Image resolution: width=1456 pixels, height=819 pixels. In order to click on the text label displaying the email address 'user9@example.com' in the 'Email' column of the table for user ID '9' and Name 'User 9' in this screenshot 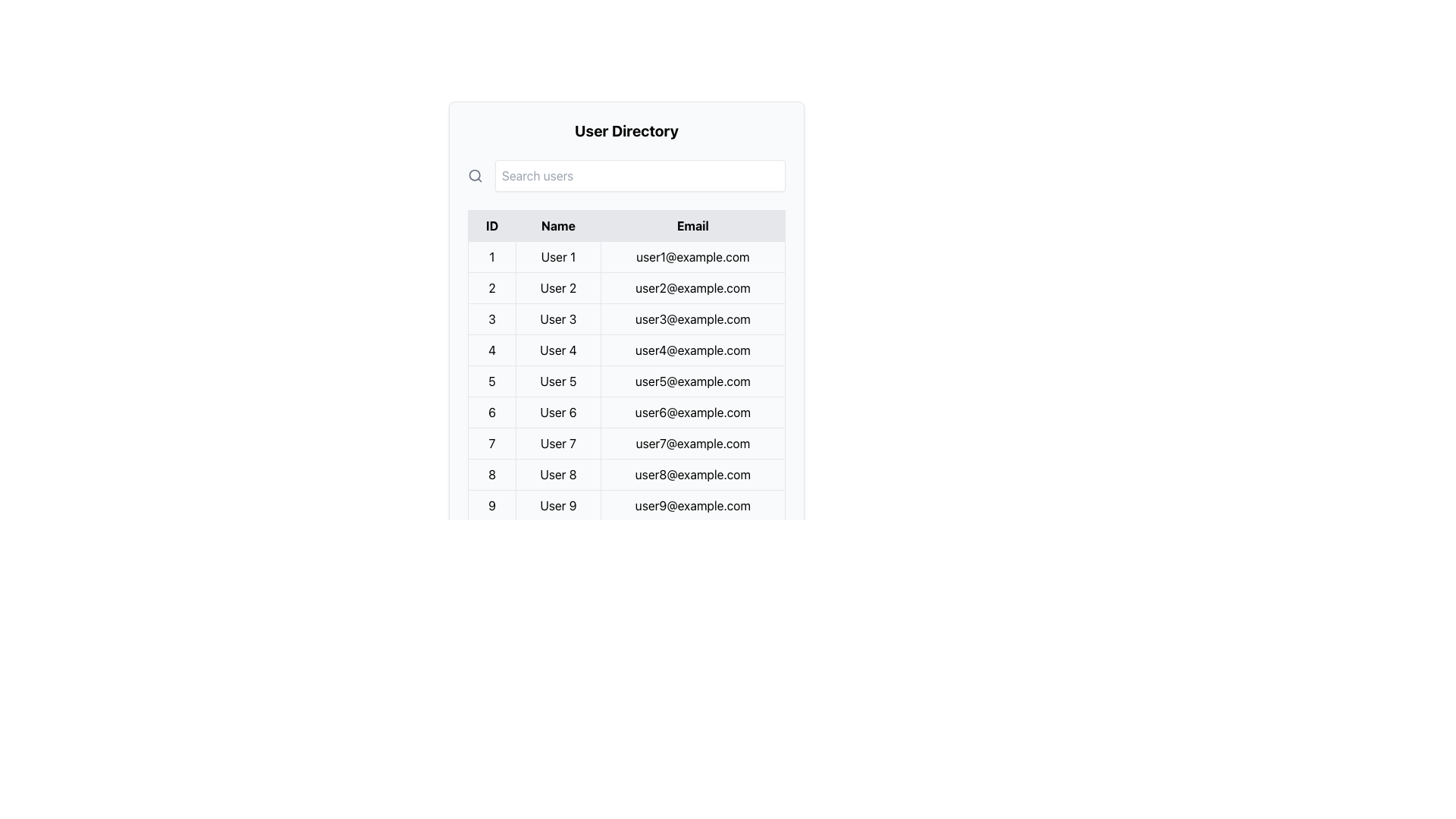, I will do `click(692, 506)`.